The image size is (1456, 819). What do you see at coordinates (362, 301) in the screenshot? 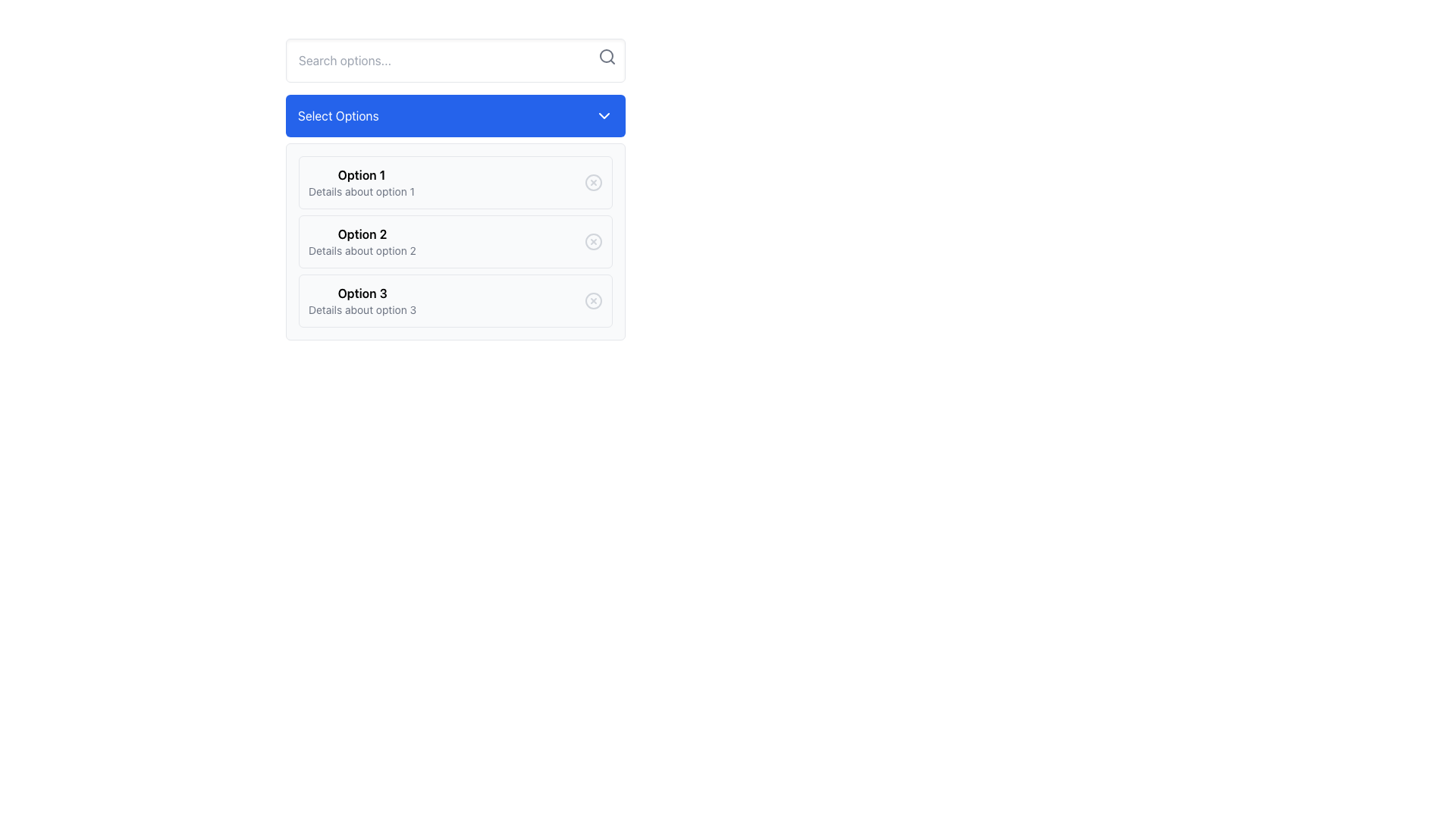
I see `the third list item labeled 'Option 3' which displays a bold title and smaller gray details` at bounding box center [362, 301].